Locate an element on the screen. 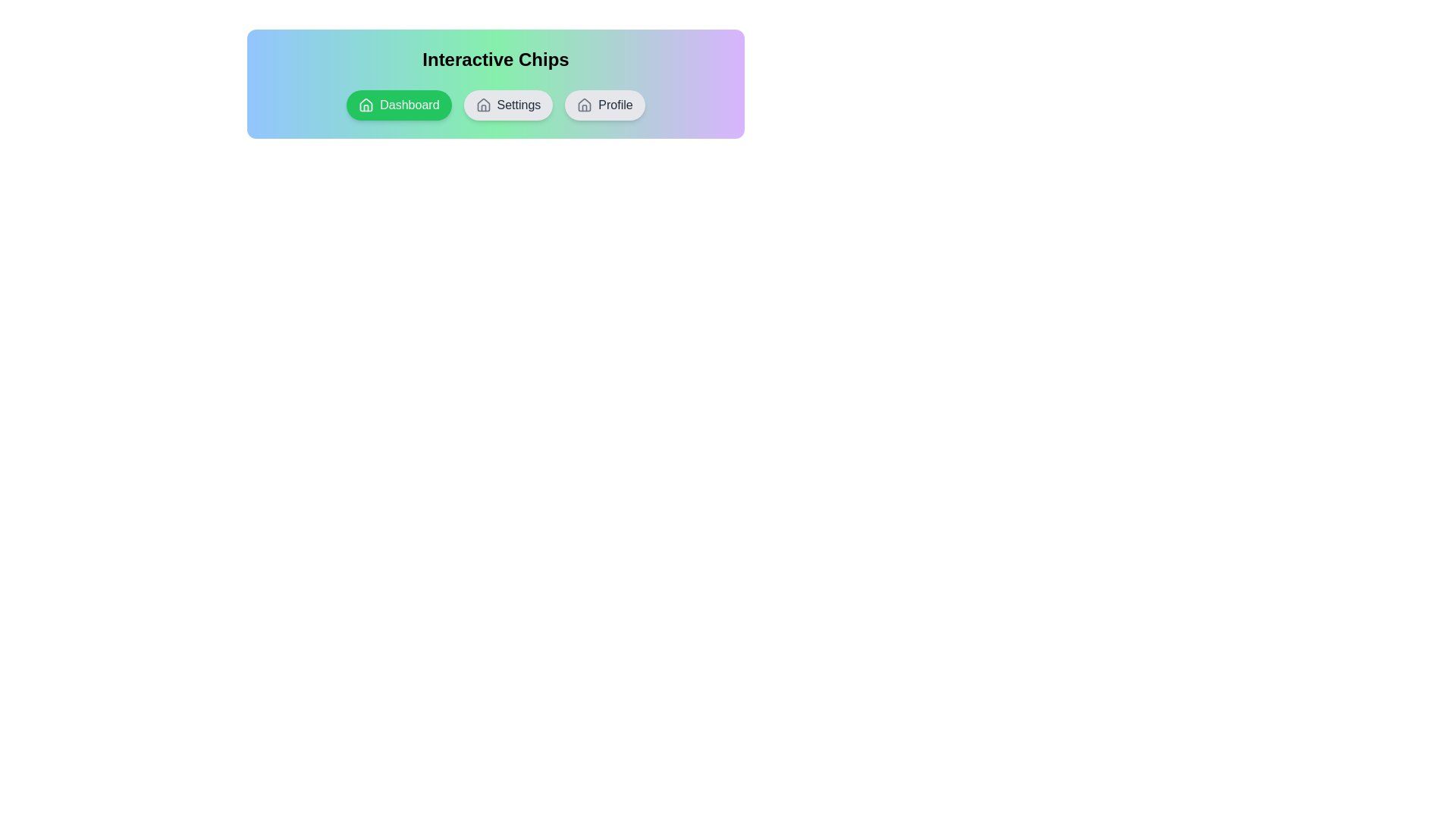 Image resolution: width=1456 pixels, height=819 pixels. the chip labeled Profile is located at coordinates (604, 104).